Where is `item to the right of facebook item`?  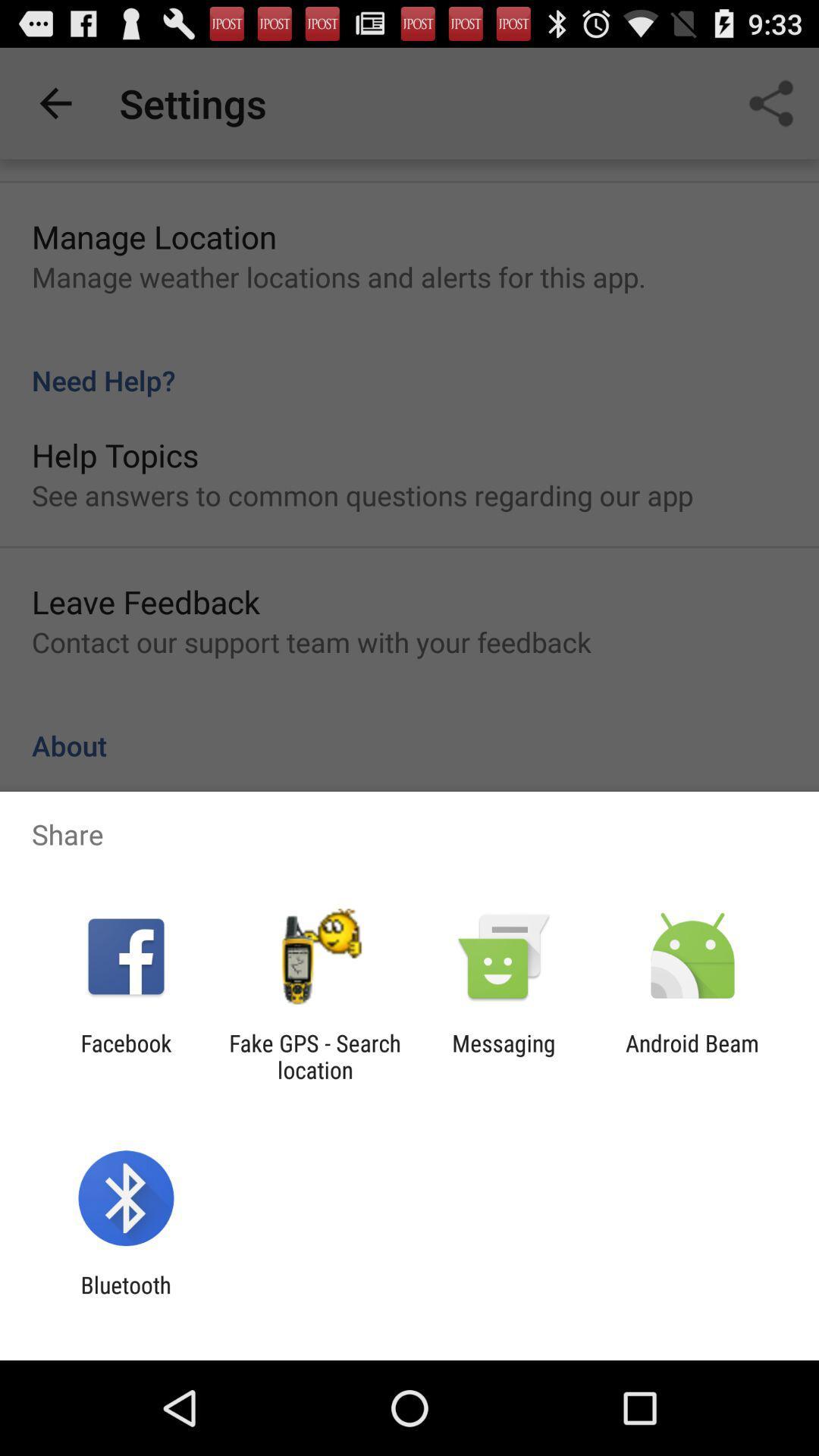
item to the right of facebook item is located at coordinates (314, 1056).